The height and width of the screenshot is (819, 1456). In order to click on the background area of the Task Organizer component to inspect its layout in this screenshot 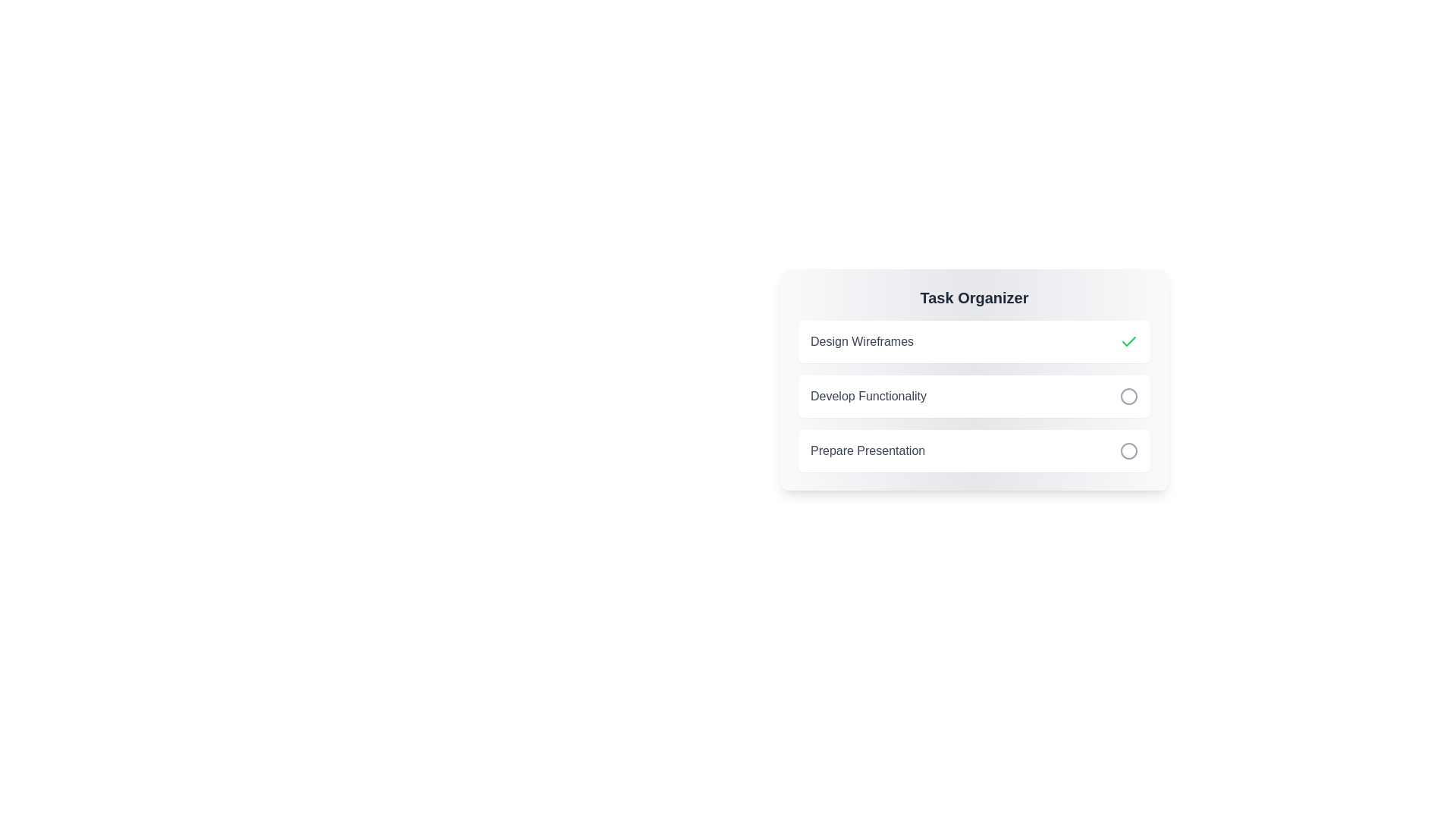, I will do `click(974, 504)`.